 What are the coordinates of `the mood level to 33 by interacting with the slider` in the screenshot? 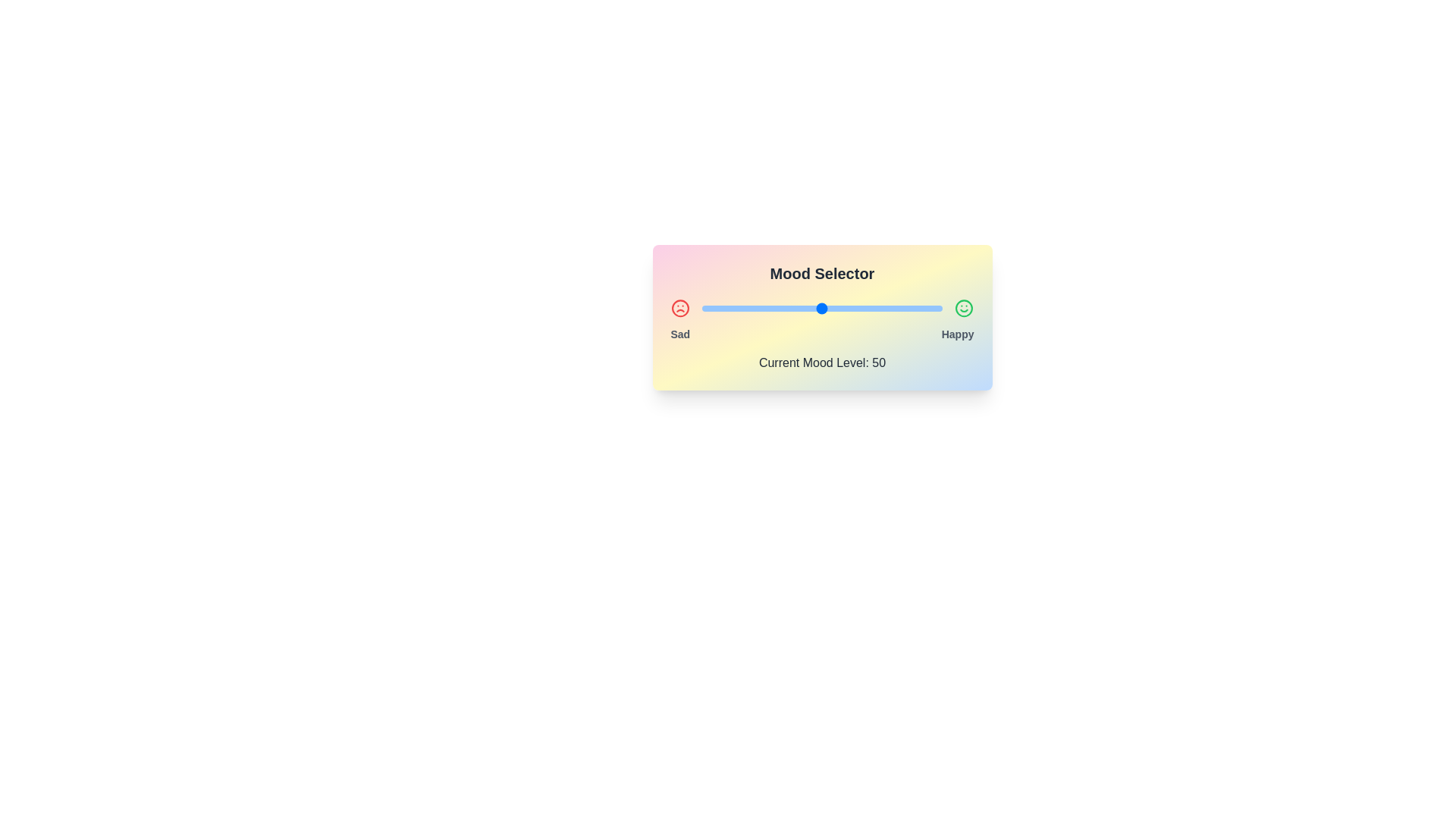 It's located at (781, 308).